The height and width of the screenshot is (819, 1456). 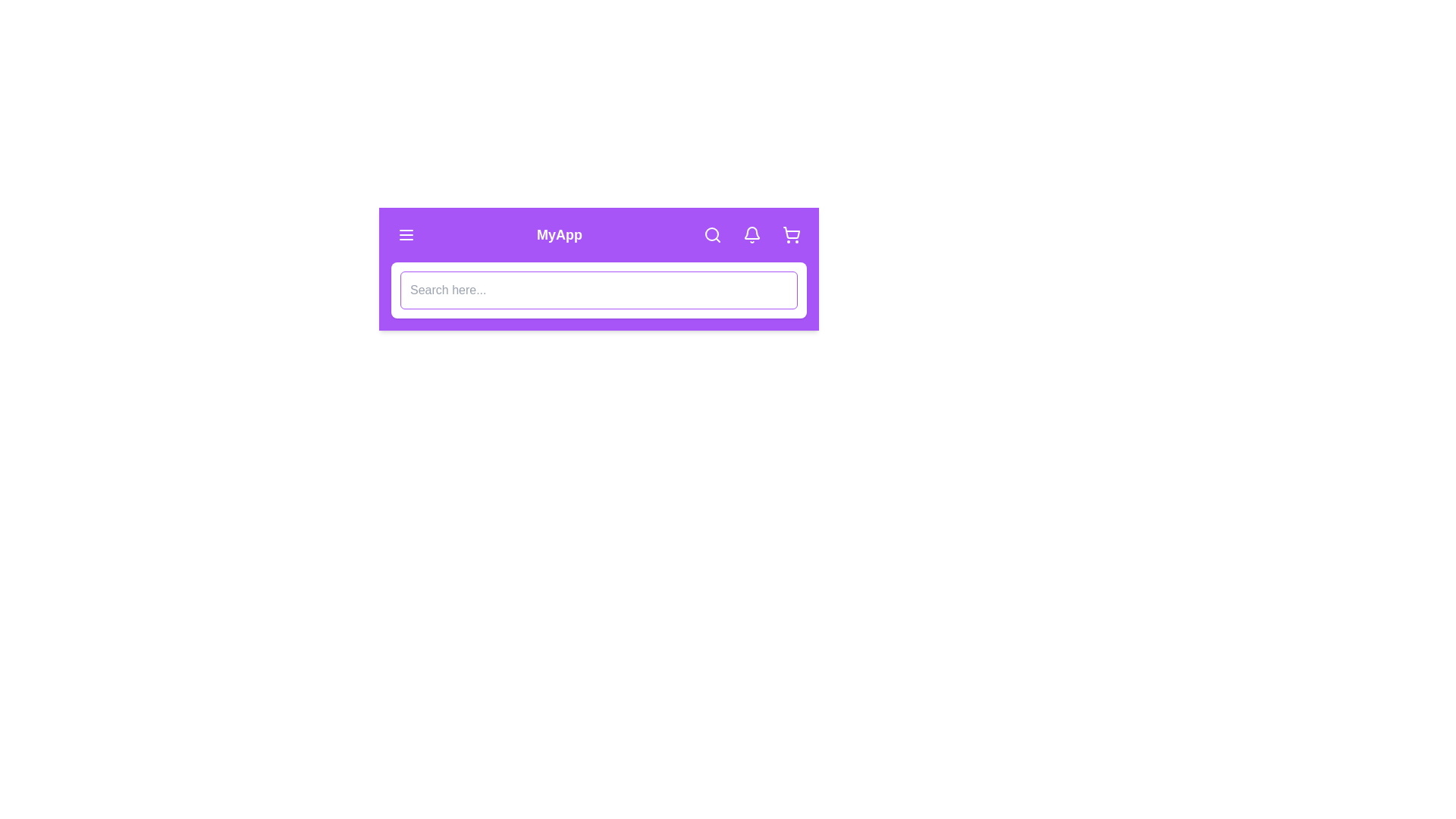 What do you see at coordinates (406, 234) in the screenshot?
I see `the menu icon located at the top-left corner of the StylishAppBar` at bounding box center [406, 234].